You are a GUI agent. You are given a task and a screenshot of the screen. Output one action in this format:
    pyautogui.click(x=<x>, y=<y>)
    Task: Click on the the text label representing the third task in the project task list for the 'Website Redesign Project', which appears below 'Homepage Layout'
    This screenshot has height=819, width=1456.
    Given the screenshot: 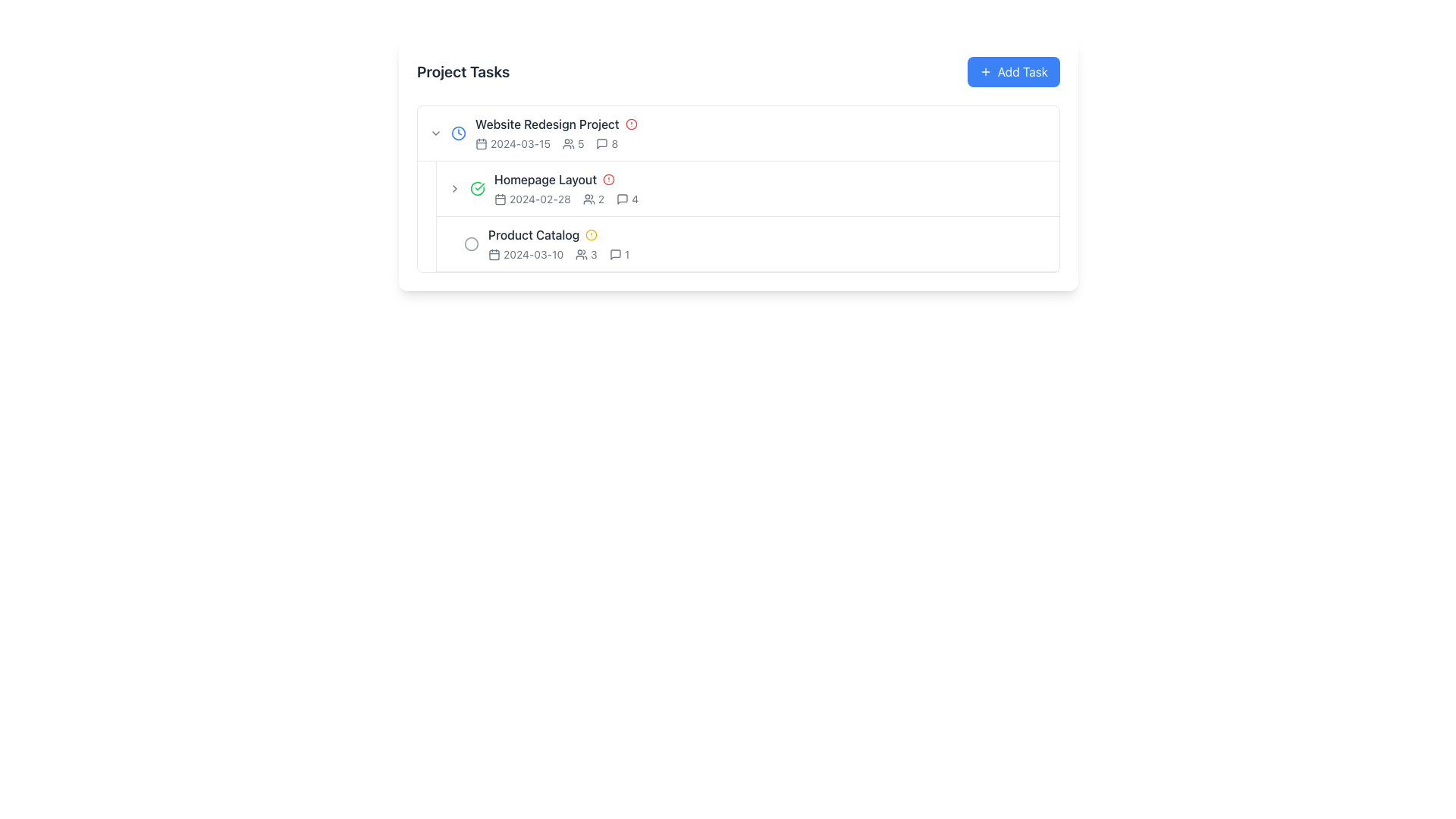 What is the action you would take?
    pyautogui.click(x=534, y=234)
    